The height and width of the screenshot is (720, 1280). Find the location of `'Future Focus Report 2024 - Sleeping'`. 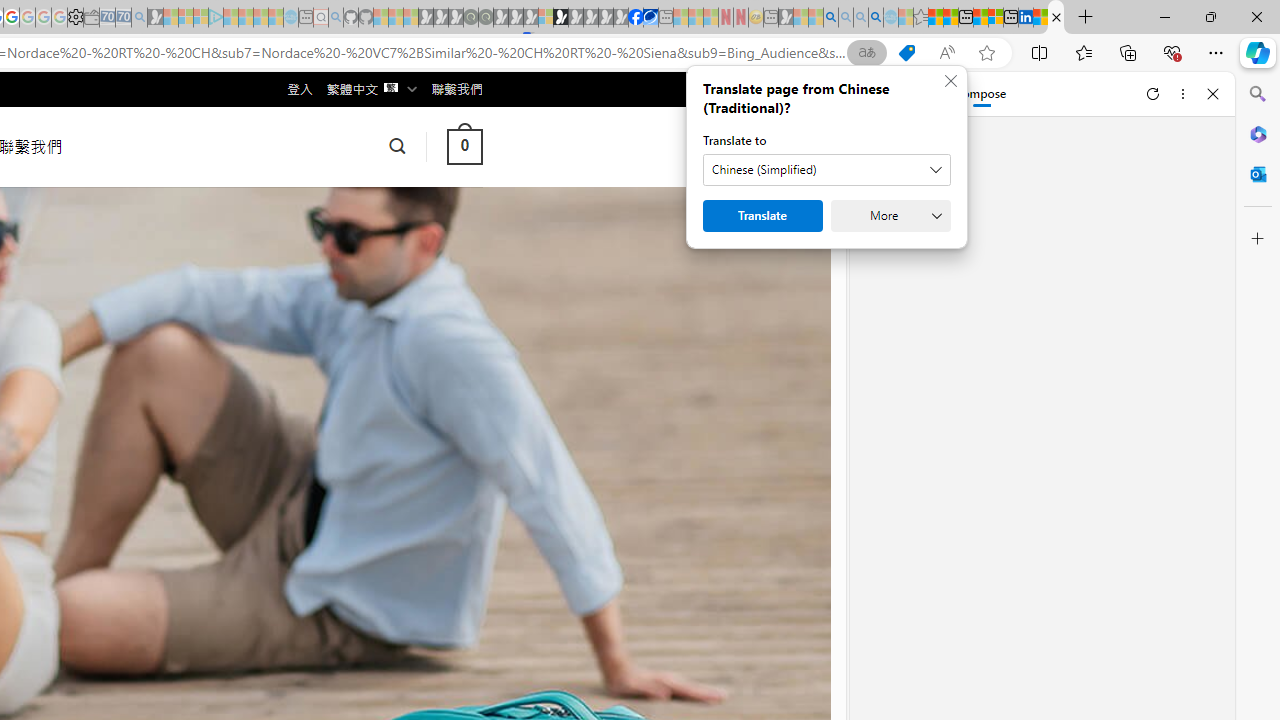

'Future Focus Report 2024 - Sleeping' is located at coordinates (485, 17).